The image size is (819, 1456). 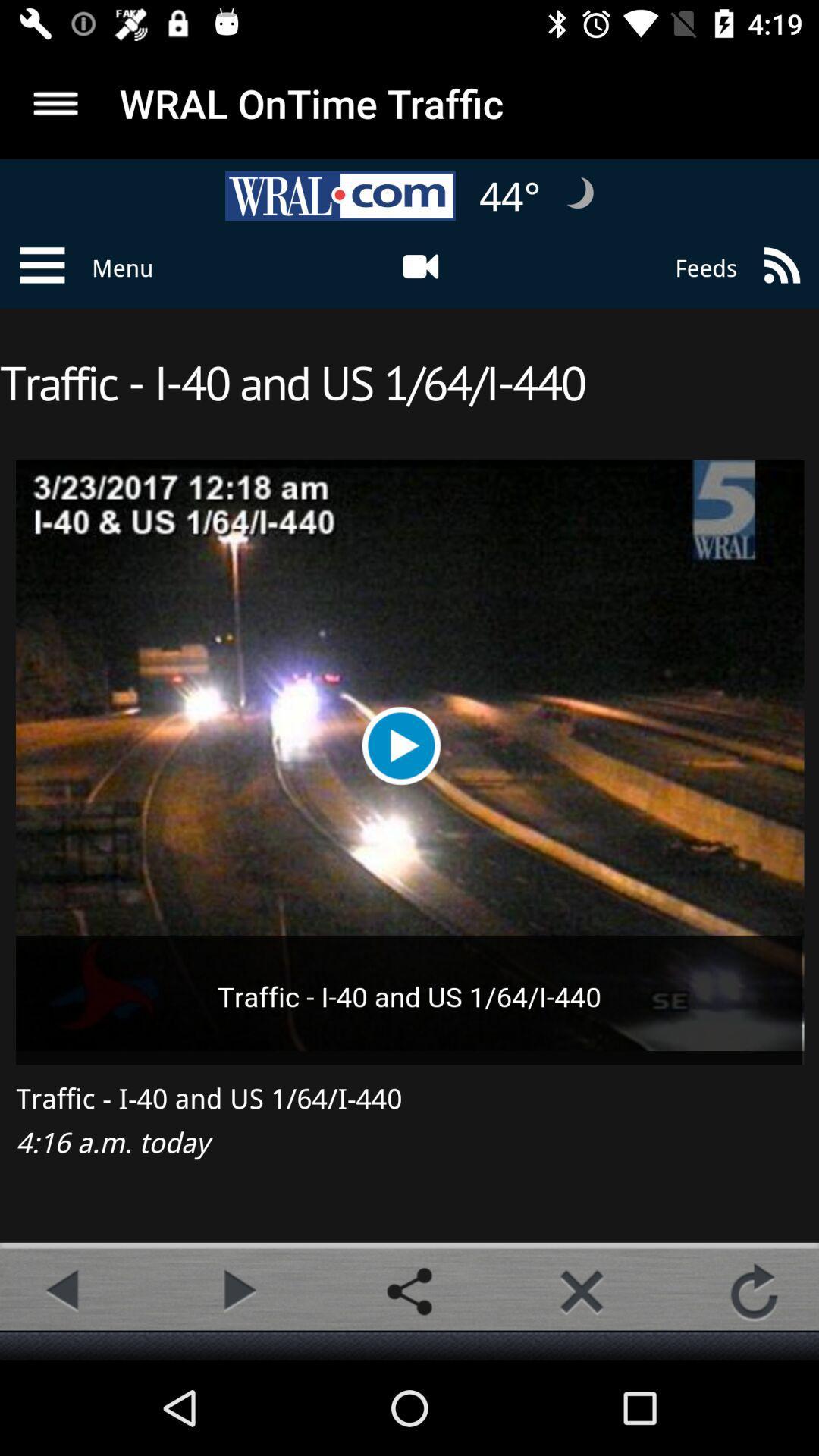 I want to click on previous, so click(x=64, y=1291).